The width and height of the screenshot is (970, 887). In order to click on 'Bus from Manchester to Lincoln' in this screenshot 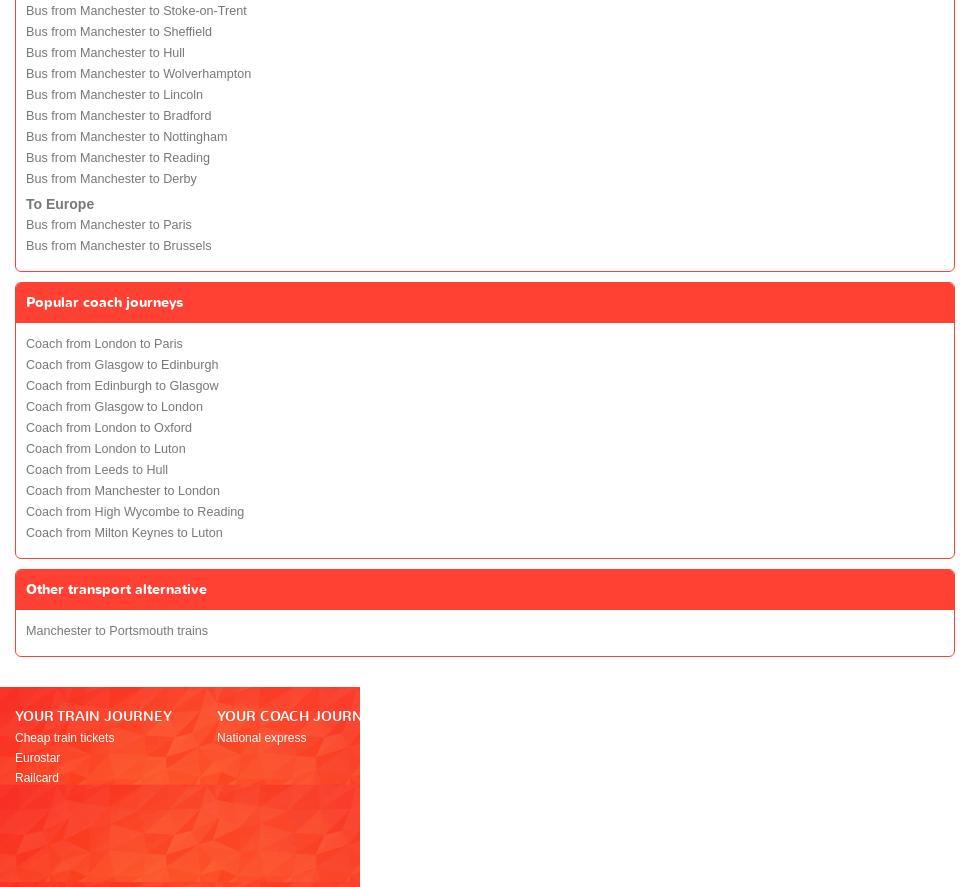, I will do `click(114, 93)`.